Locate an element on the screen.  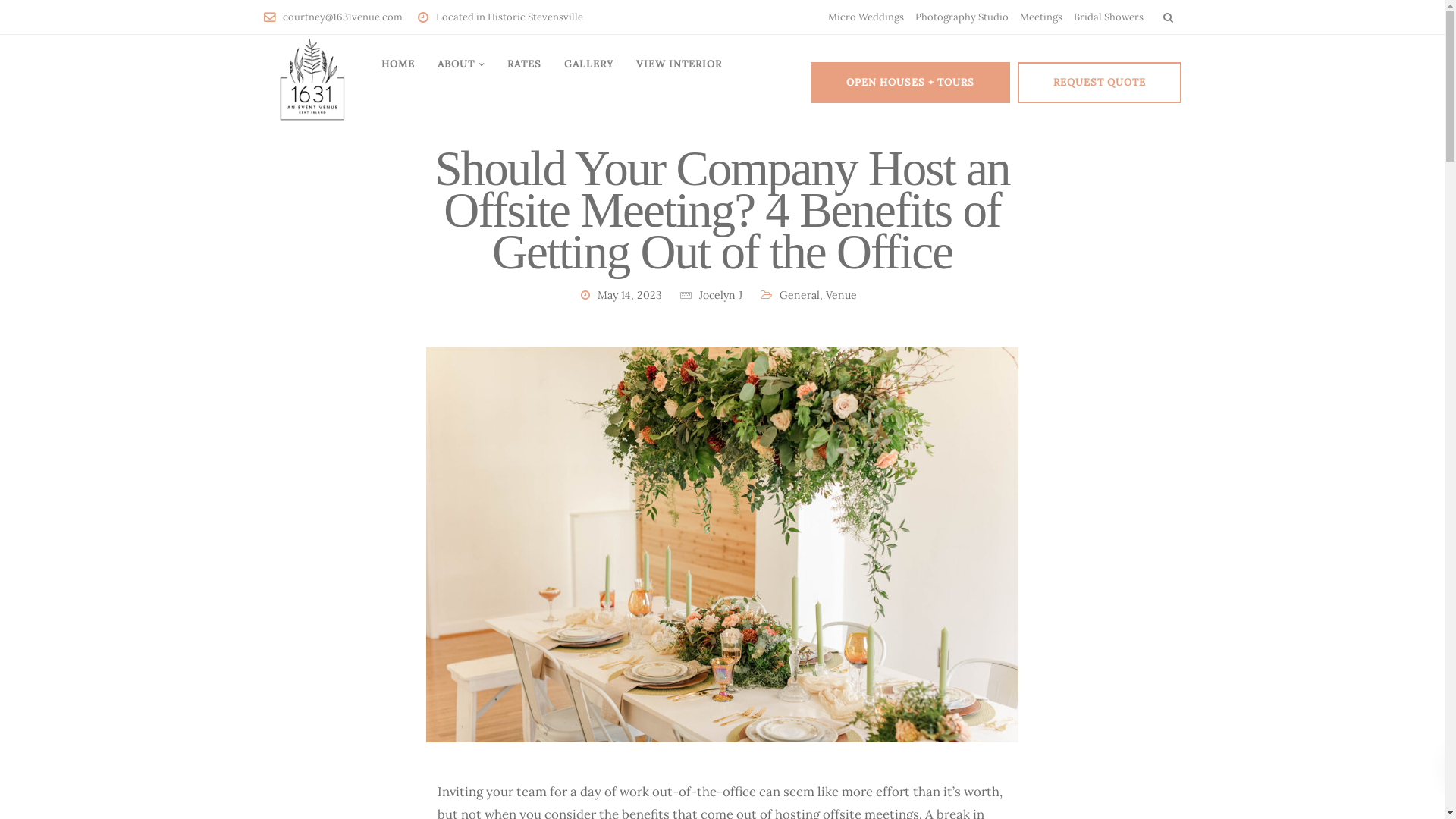
'Photography Studio' is located at coordinates (960, 17).